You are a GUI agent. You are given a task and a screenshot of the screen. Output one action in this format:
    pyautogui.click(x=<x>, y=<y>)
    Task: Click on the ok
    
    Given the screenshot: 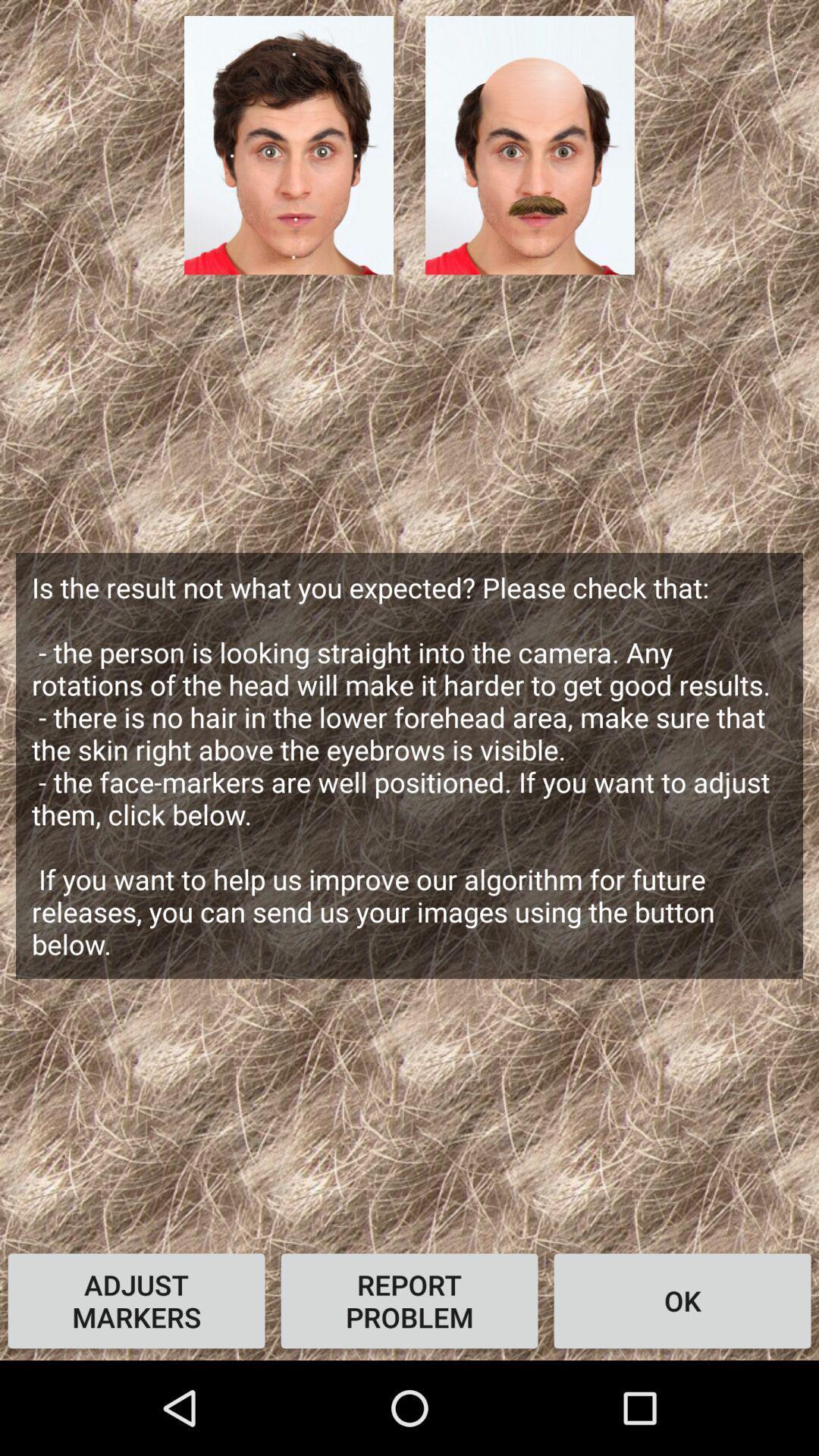 What is the action you would take?
    pyautogui.click(x=681, y=1300)
    